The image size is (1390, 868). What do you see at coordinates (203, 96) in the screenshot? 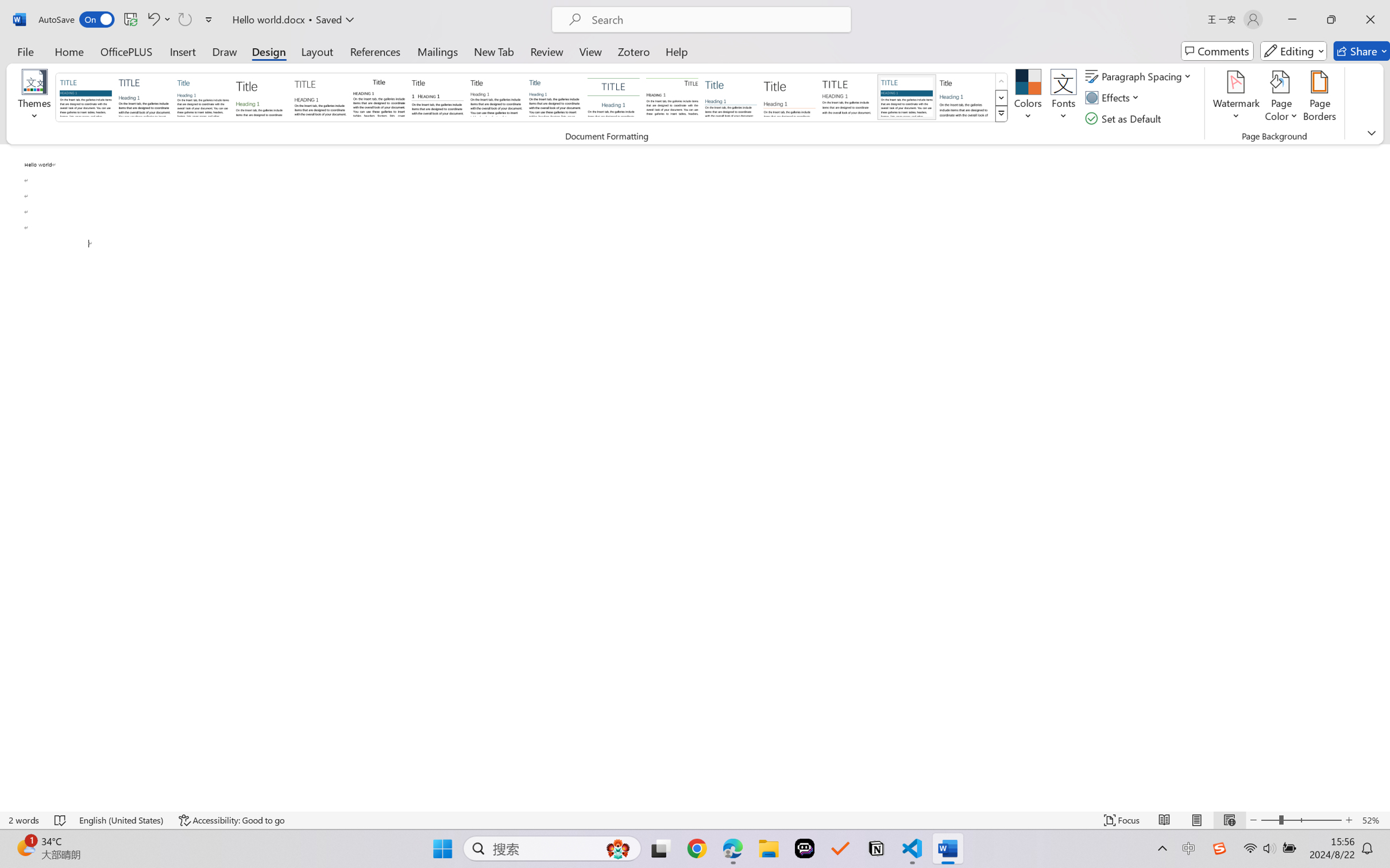
I see `'Basic (Simple)'` at bounding box center [203, 96].